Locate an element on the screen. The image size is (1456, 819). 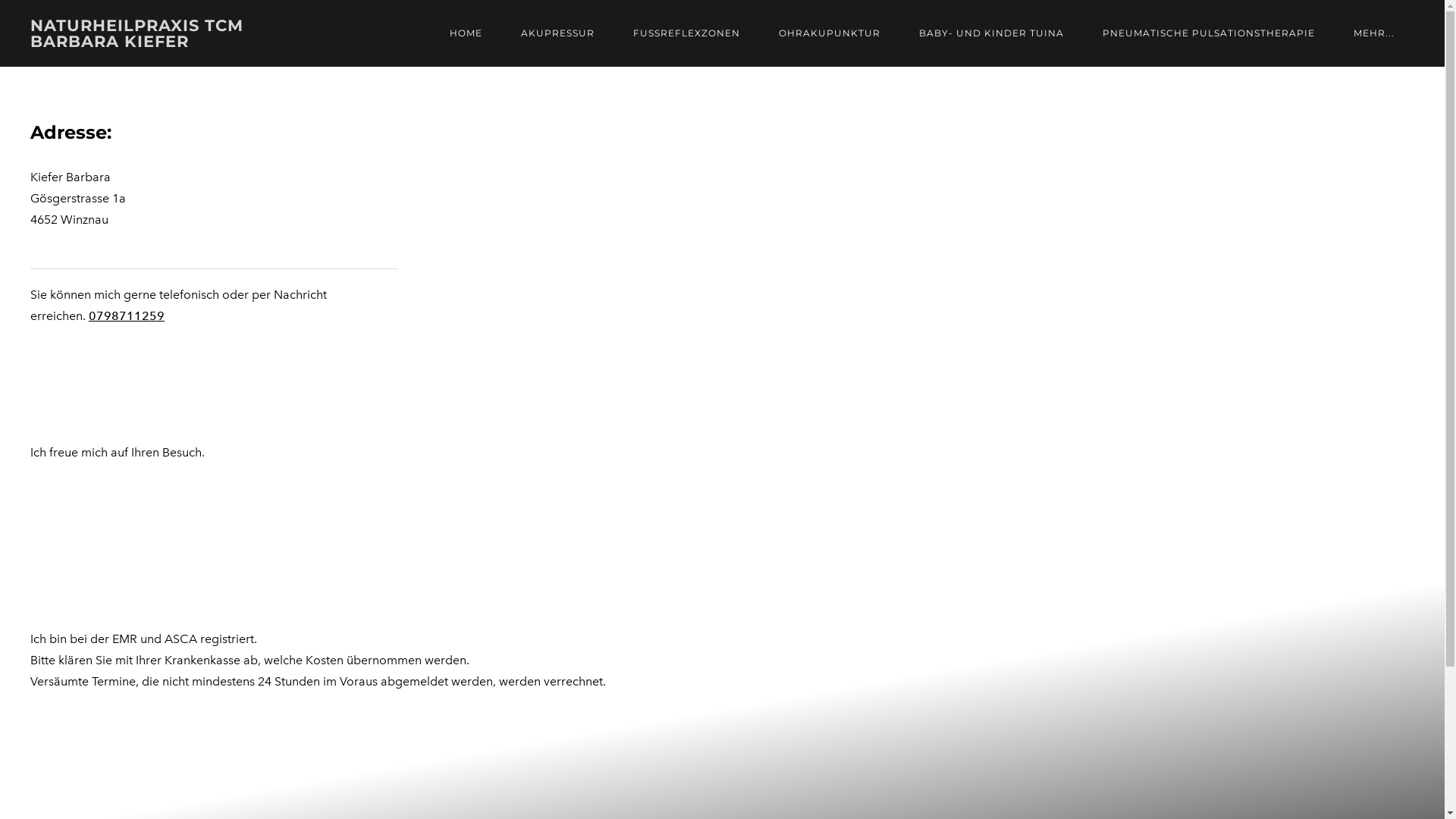
'MEHR...' is located at coordinates (1373, 33).